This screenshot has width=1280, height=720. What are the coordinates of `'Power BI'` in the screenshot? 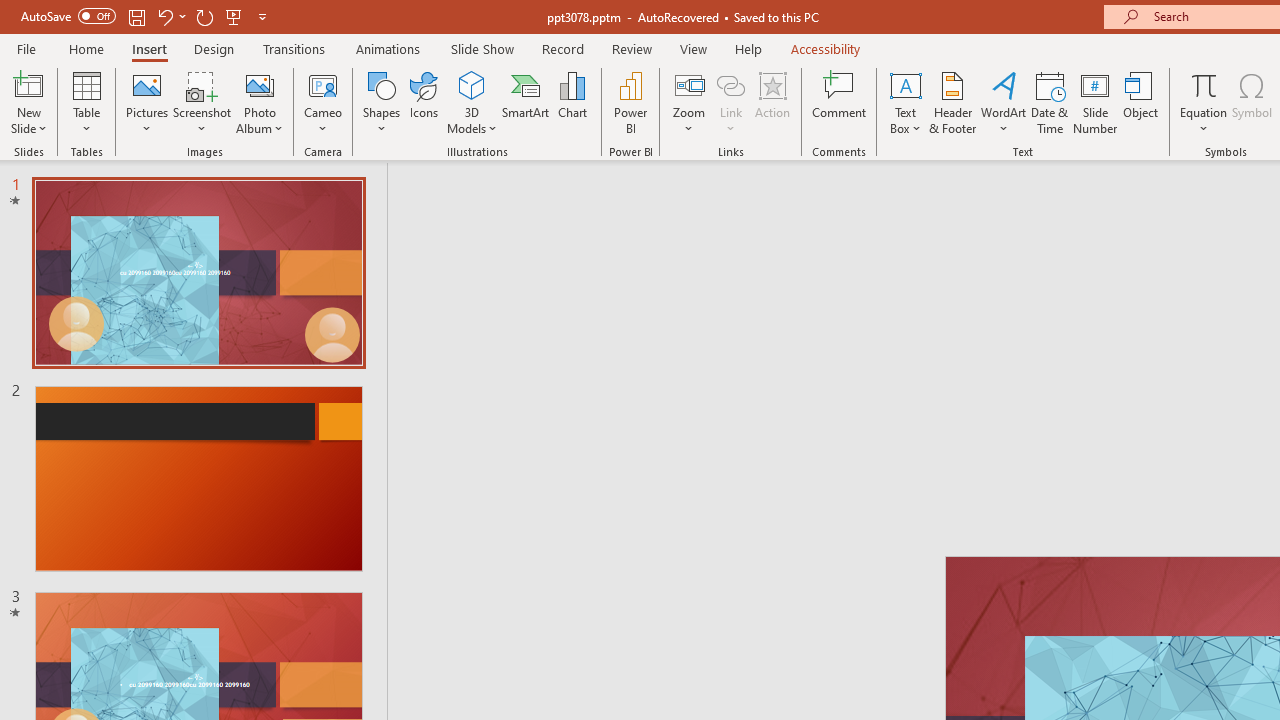 It's located at (630, 103).